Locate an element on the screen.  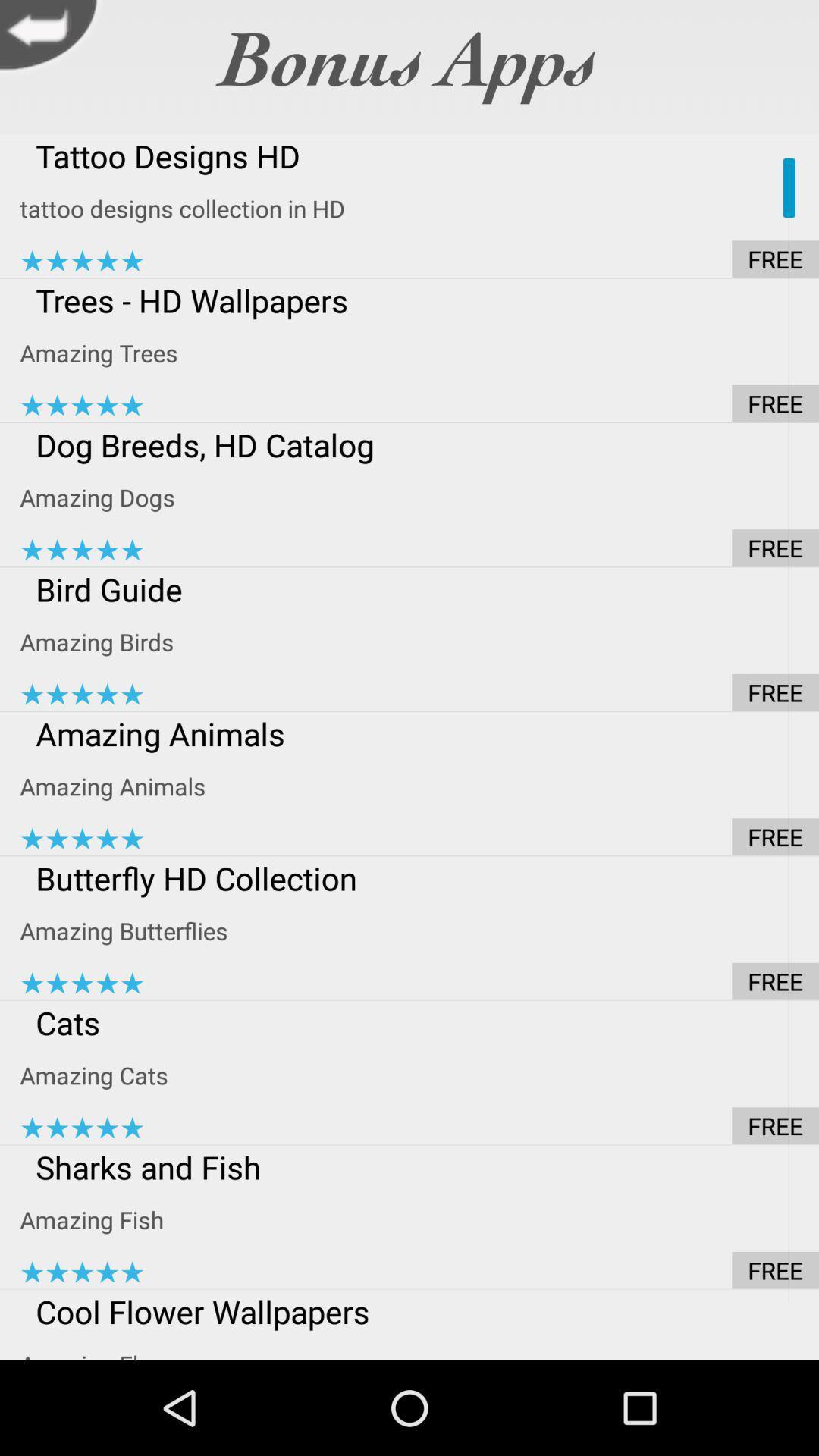
the item below   cool flower wallpapers  item is located at coordinates (419, 1347).